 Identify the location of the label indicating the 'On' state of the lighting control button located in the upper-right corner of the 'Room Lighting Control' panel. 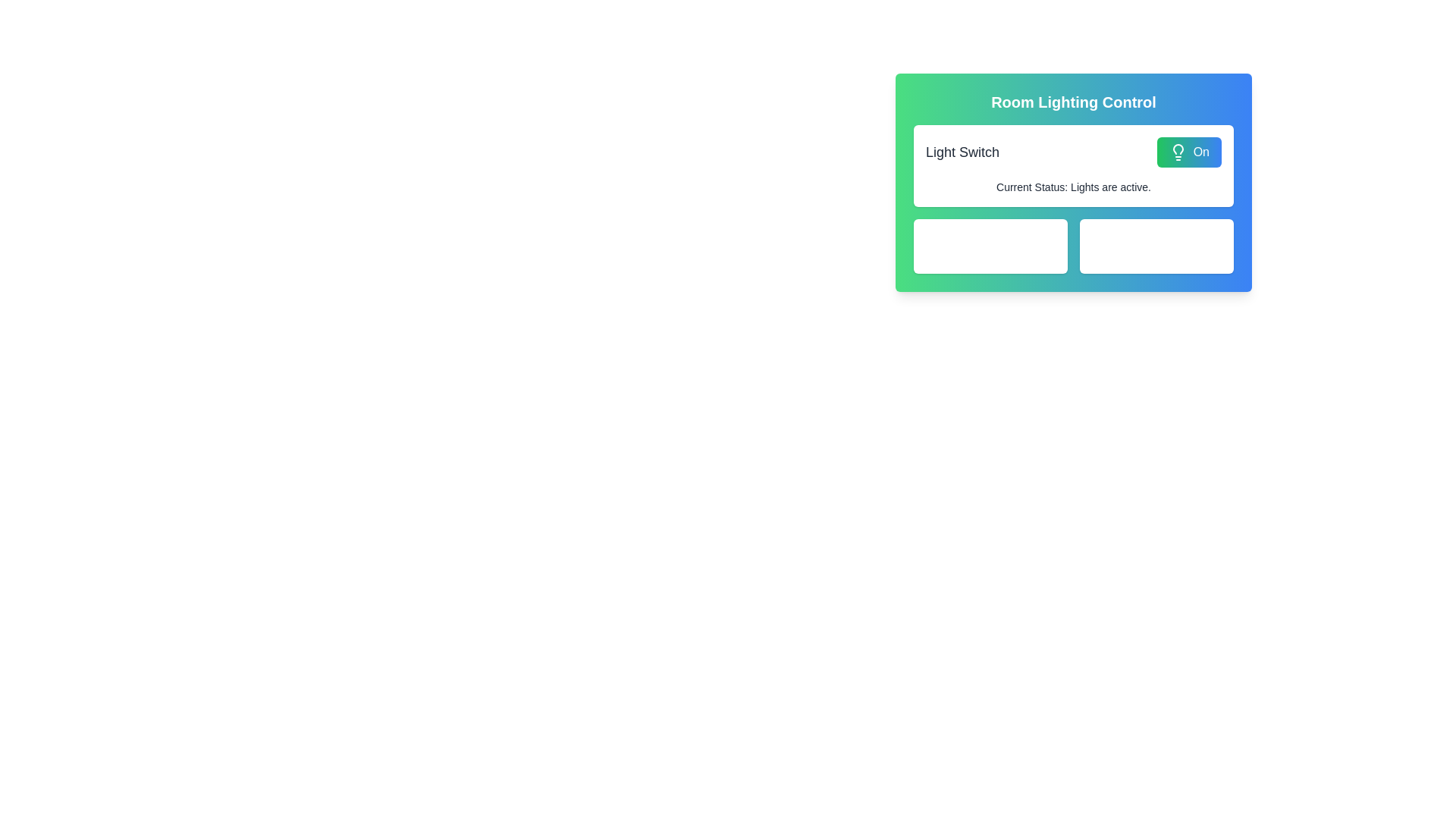
(1200, 152).